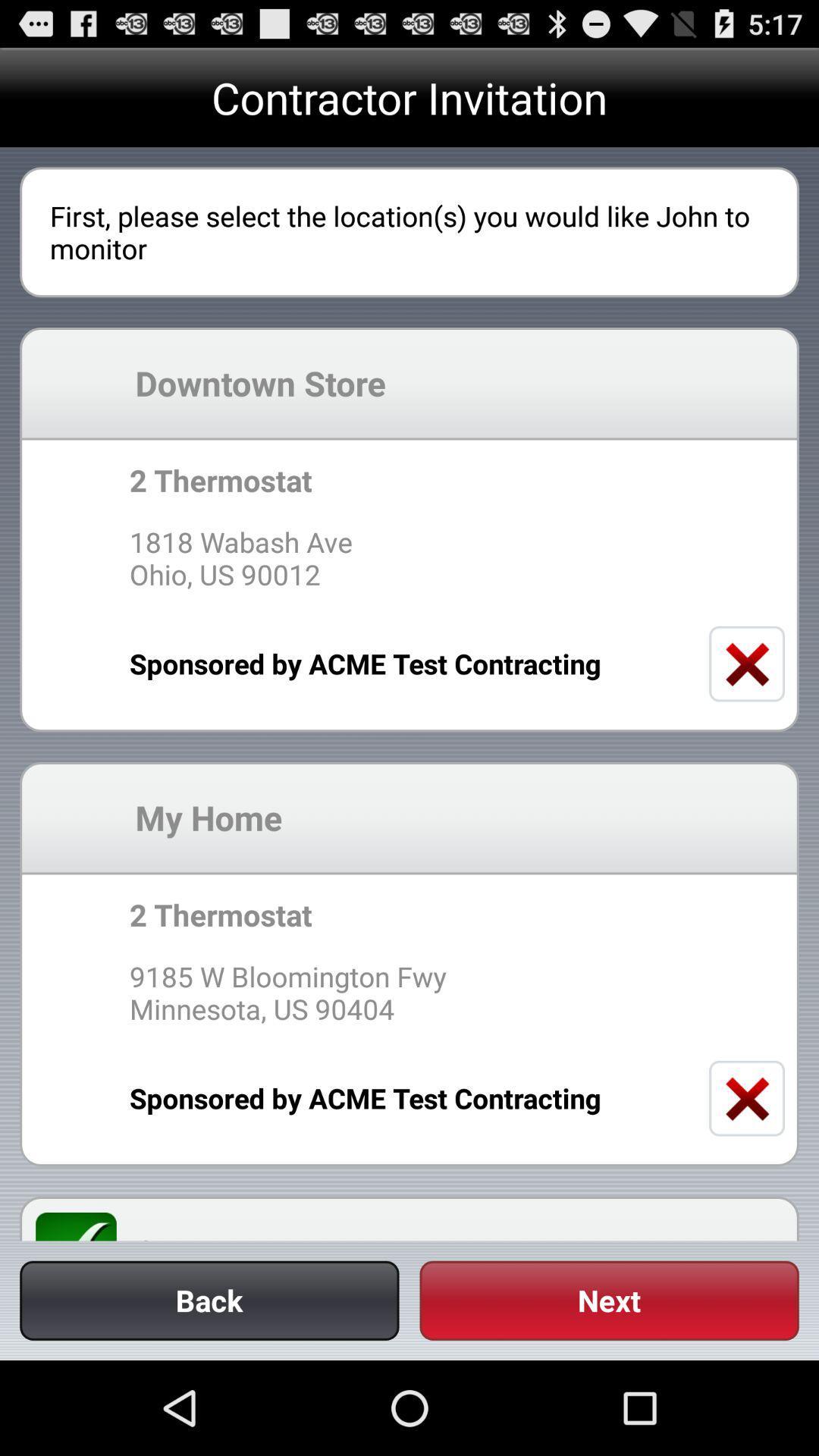 This screenshot has width=819, height=1456. What do you see at coordinates (209, 1300) in the screenshot?
I see `back button` at bounding box center [209, 1300].